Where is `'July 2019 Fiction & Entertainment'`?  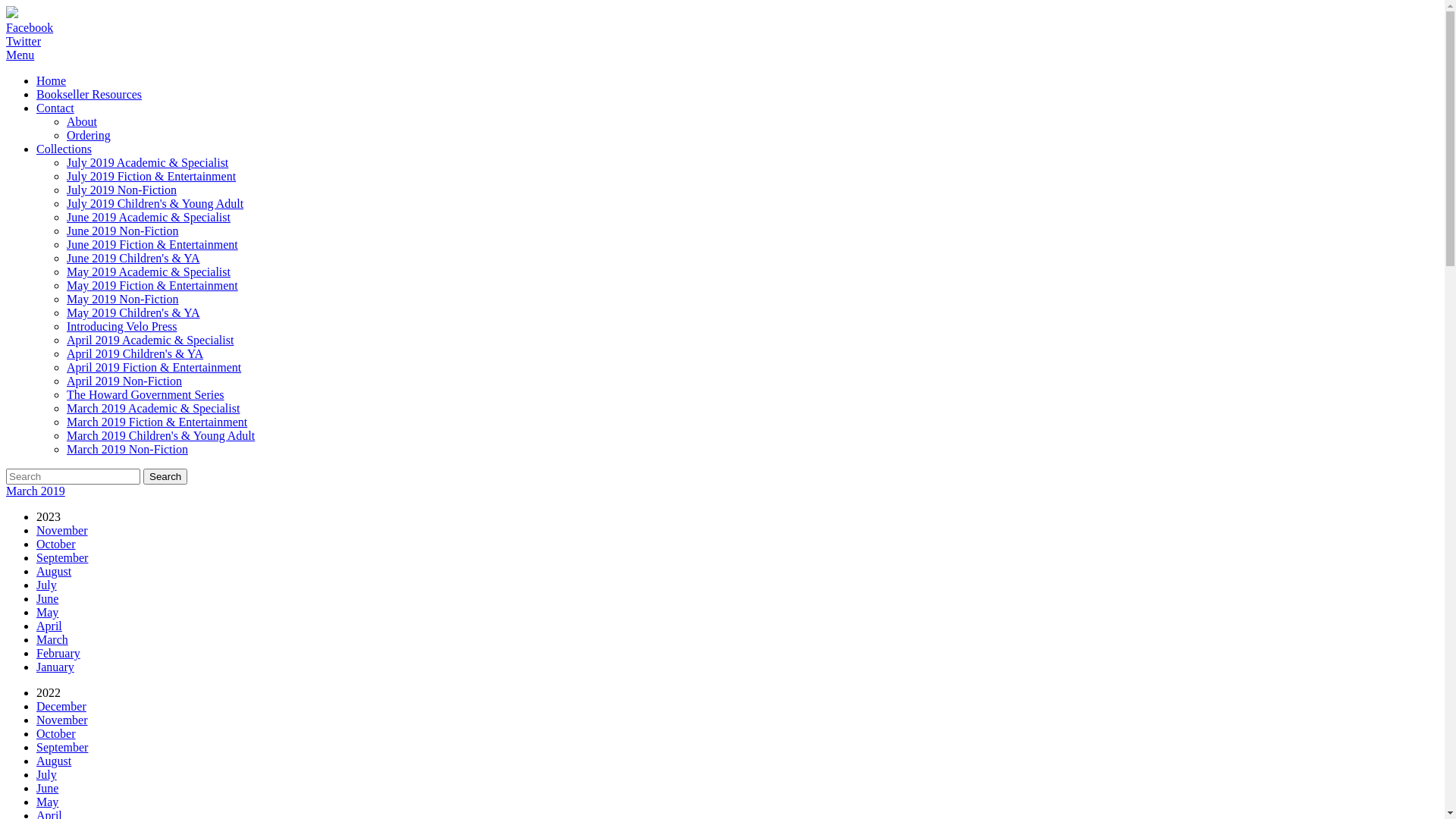
'July 2019 Fiction & Entertainment' is located at coordinates (151, 175).